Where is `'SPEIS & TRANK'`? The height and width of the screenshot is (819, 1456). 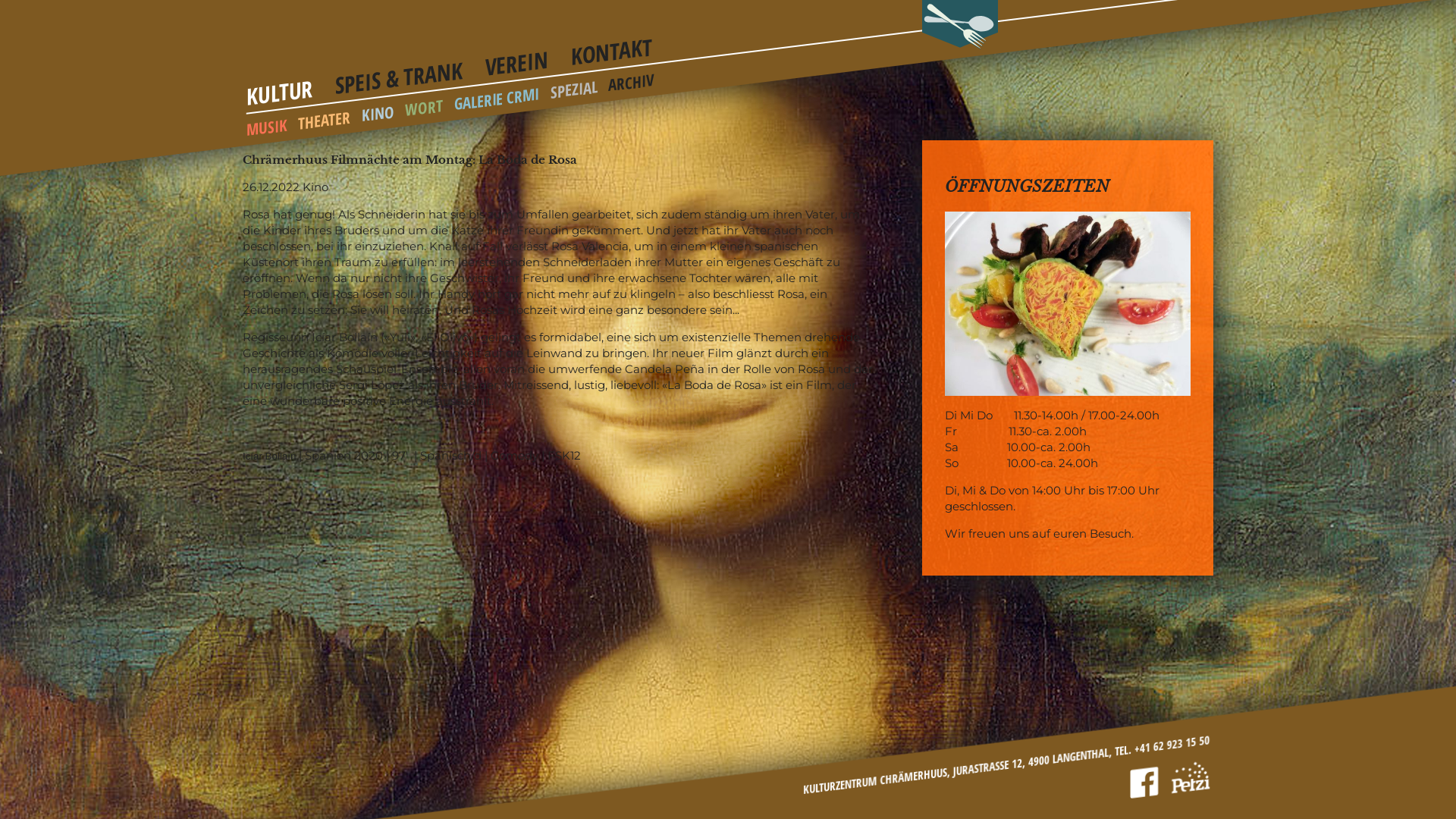
'SPEIS & TRANK' is located at coordinates (399, 70).